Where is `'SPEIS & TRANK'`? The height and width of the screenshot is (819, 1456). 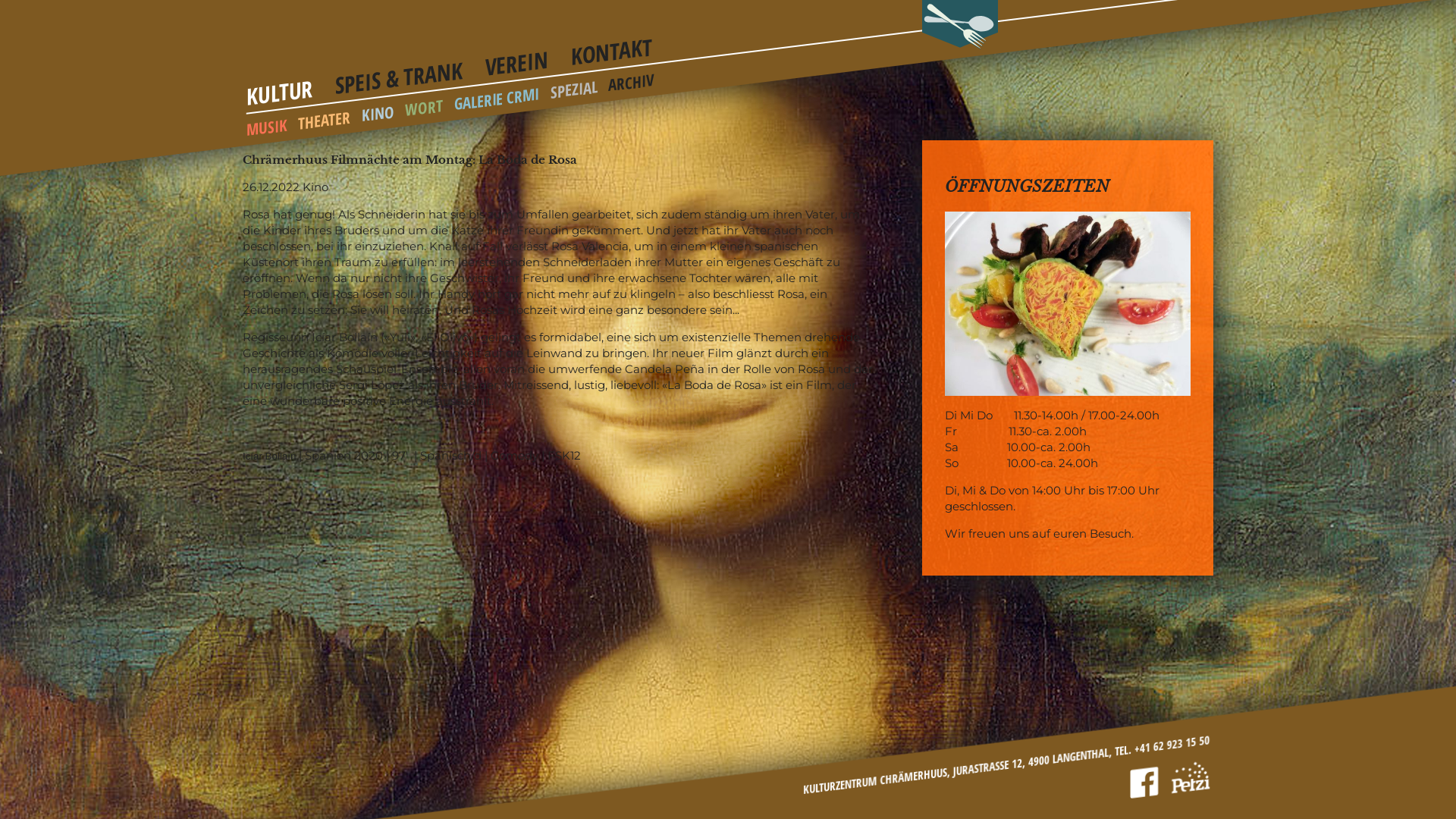
'SPEIS & TRANK' is located at coordinates (399, 70).